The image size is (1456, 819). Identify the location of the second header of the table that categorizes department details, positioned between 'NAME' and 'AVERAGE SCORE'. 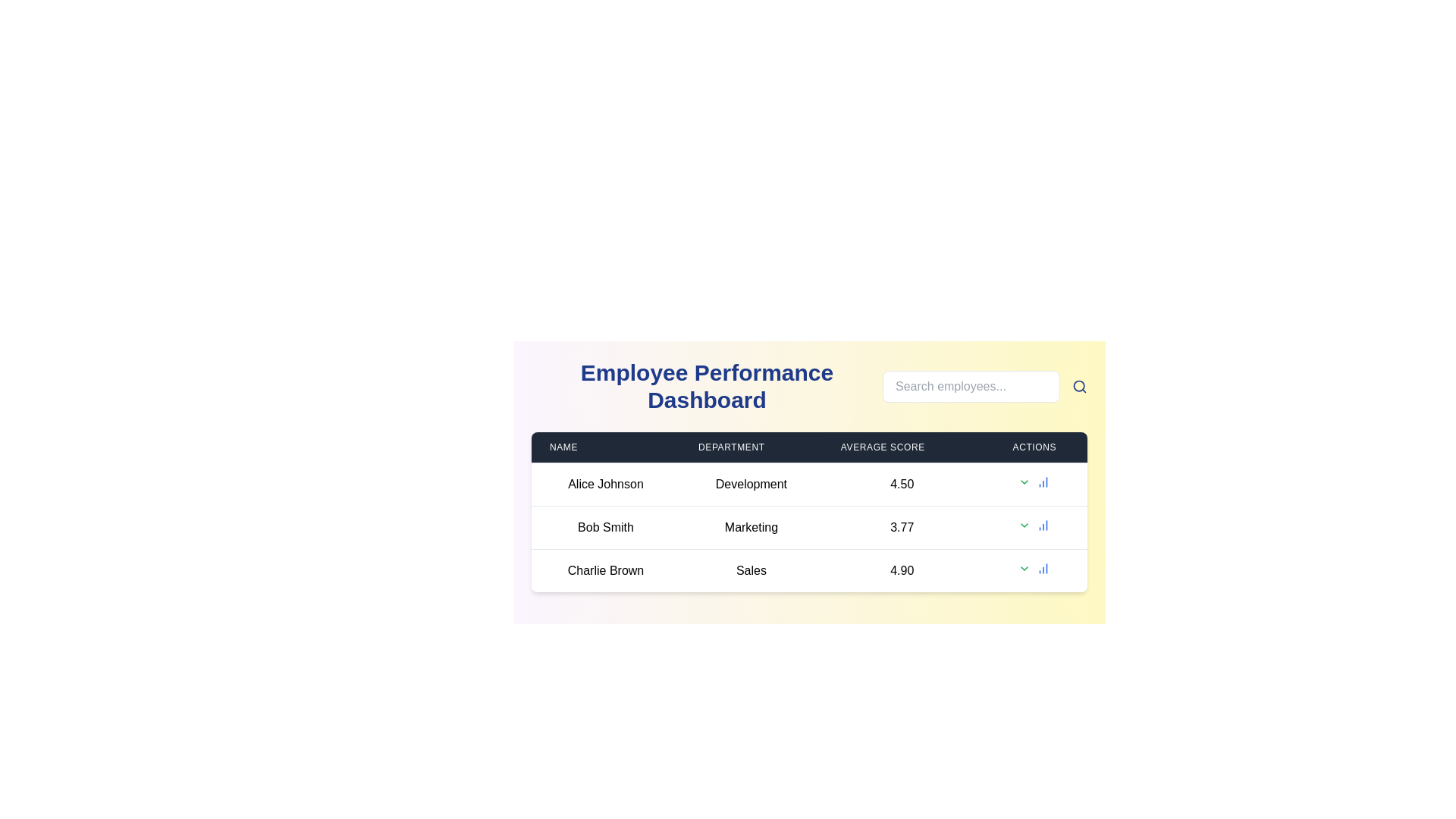
(751, 447).